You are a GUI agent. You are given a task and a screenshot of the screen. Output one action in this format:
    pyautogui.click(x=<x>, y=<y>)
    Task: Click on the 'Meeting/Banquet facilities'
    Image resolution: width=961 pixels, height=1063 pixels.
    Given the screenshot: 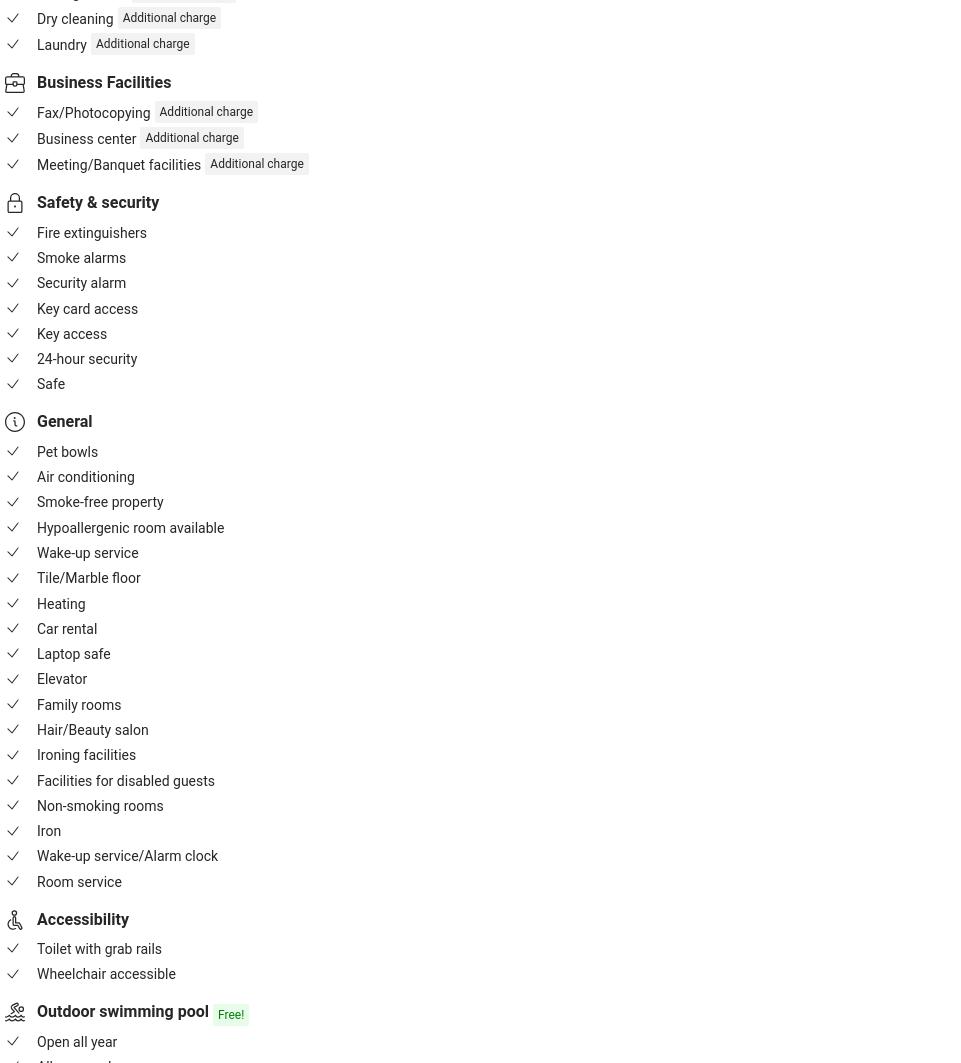 What is the action you would take?
    pyautogui.click(x=117, y=164)
    